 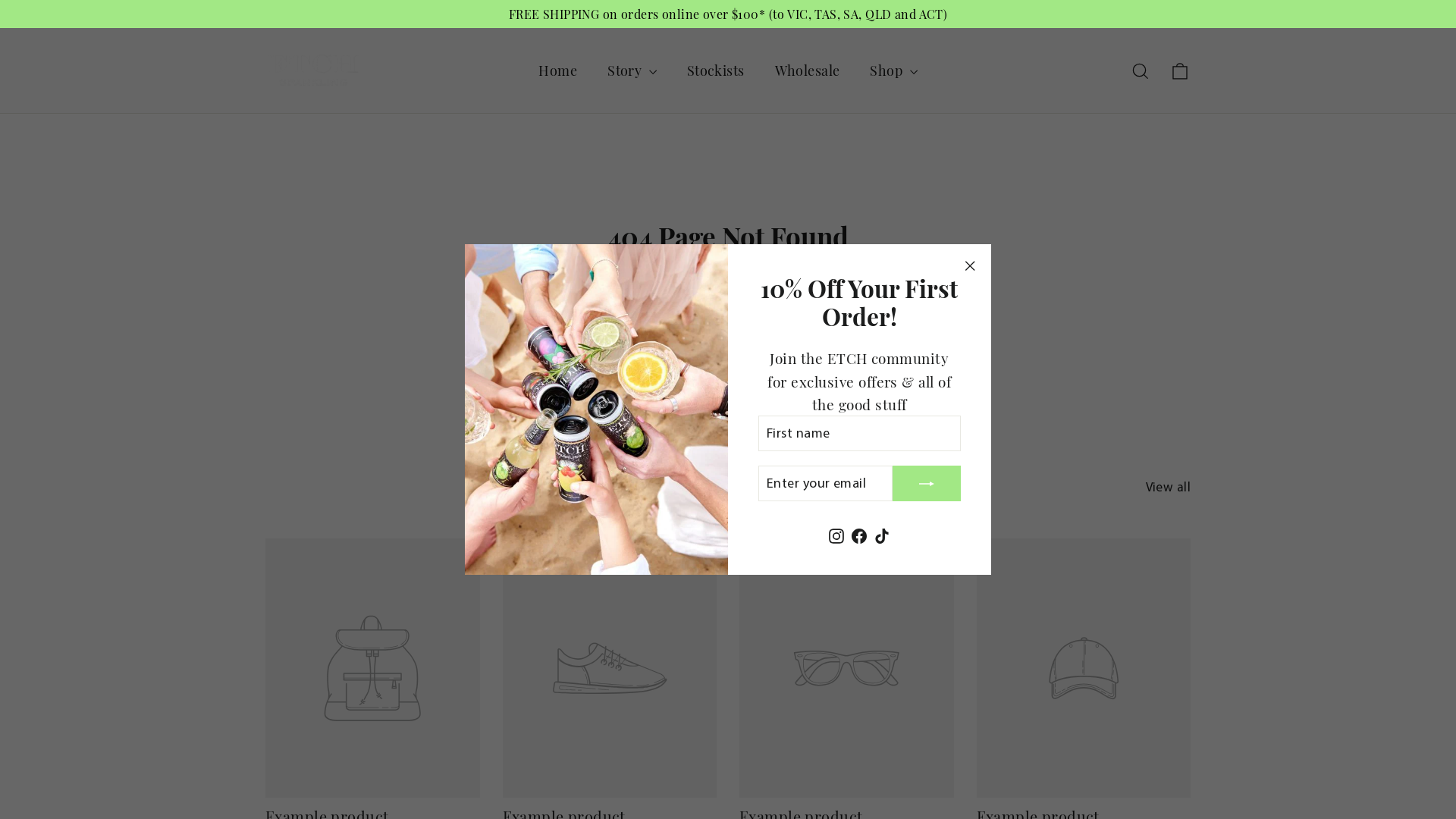 What do you see at coordinates (881, 533) in the screenshot?
I see `'TikTok'` at bounding box center [881, 533].